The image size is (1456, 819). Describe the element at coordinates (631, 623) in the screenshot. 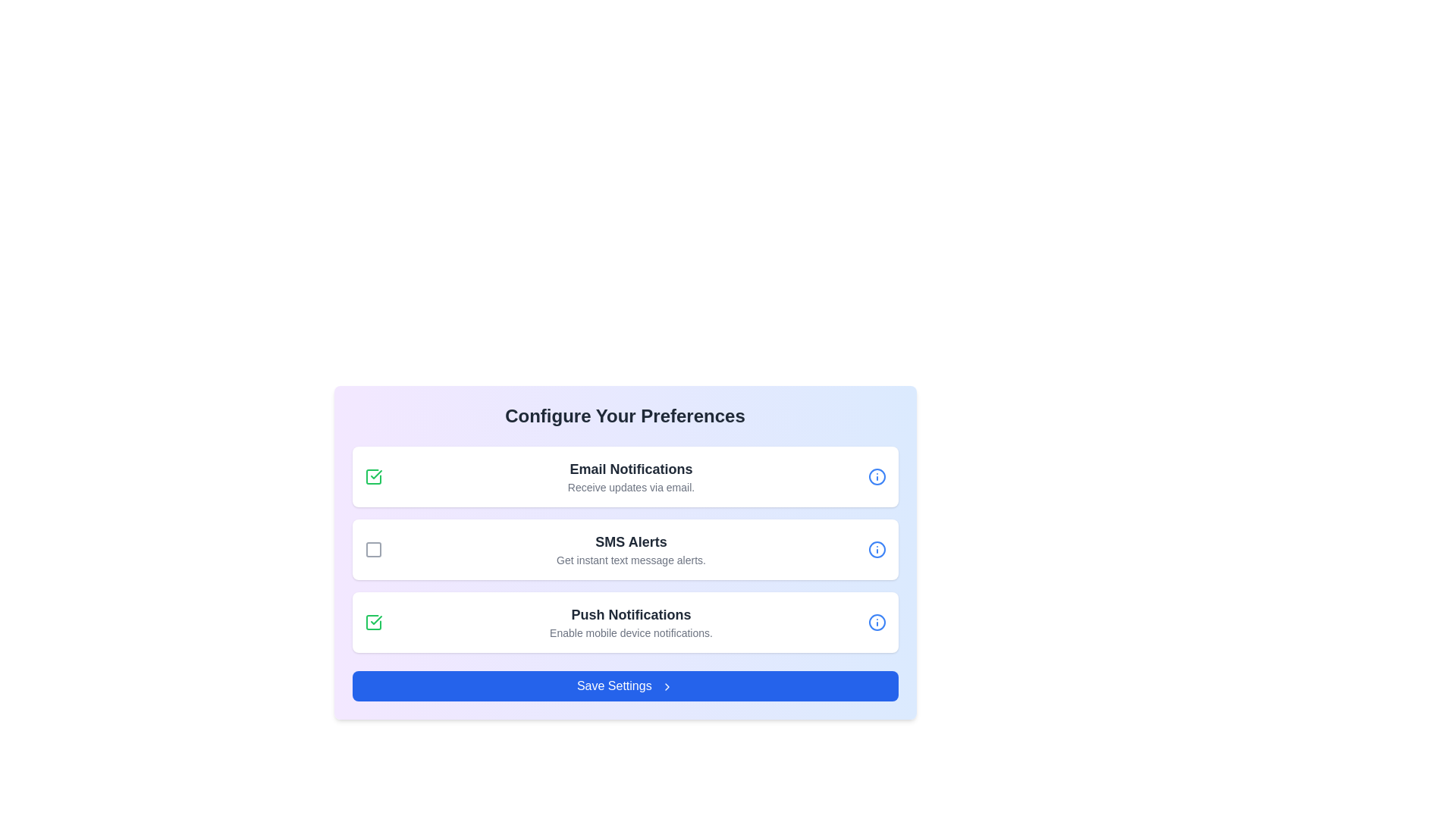

I see `text of the third option in the vertically stacked list of notification settings, which displays an option for enabling push notifications on mobile devices` at that location.